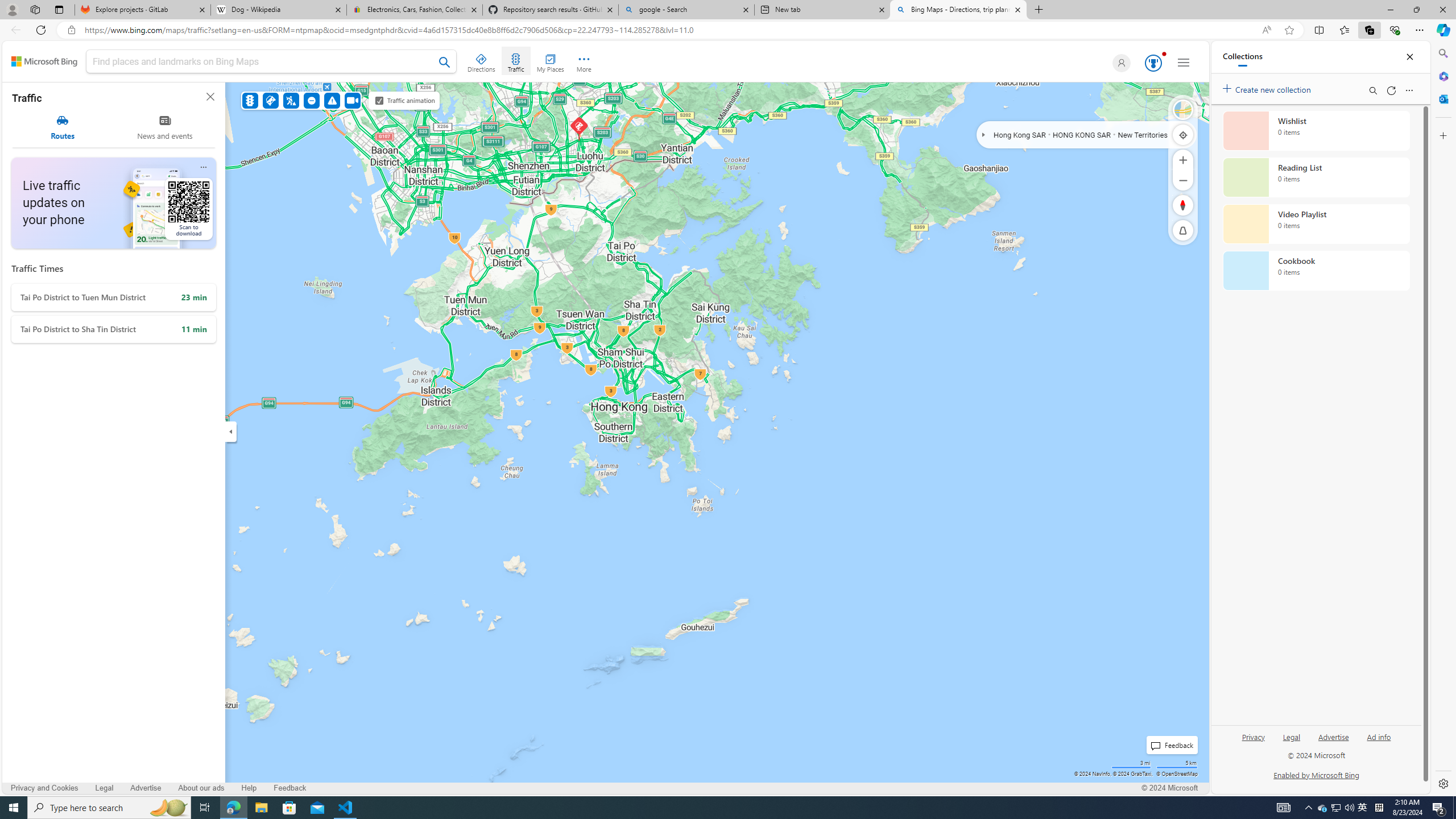  What do you see at coordinates (164, 127) in the screenshot?
I see `'News and events'` at bounding box center [164, 127].